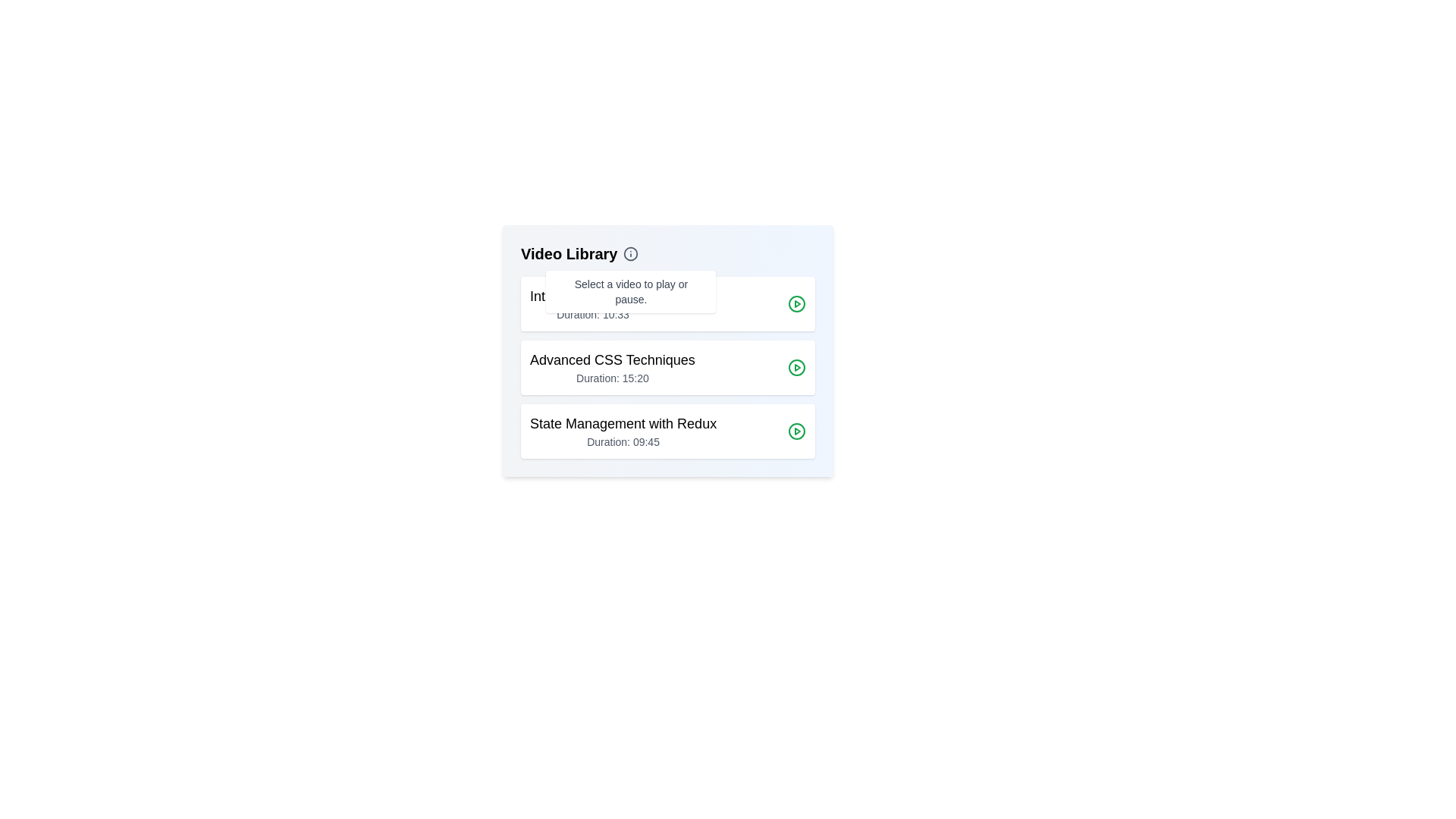 This screenshot has width=1456, height=819. I want to click on the play button on the list item component for the video titled 'State Management with Redux', which is the third item in the 'Video Library', so click(667, 431).